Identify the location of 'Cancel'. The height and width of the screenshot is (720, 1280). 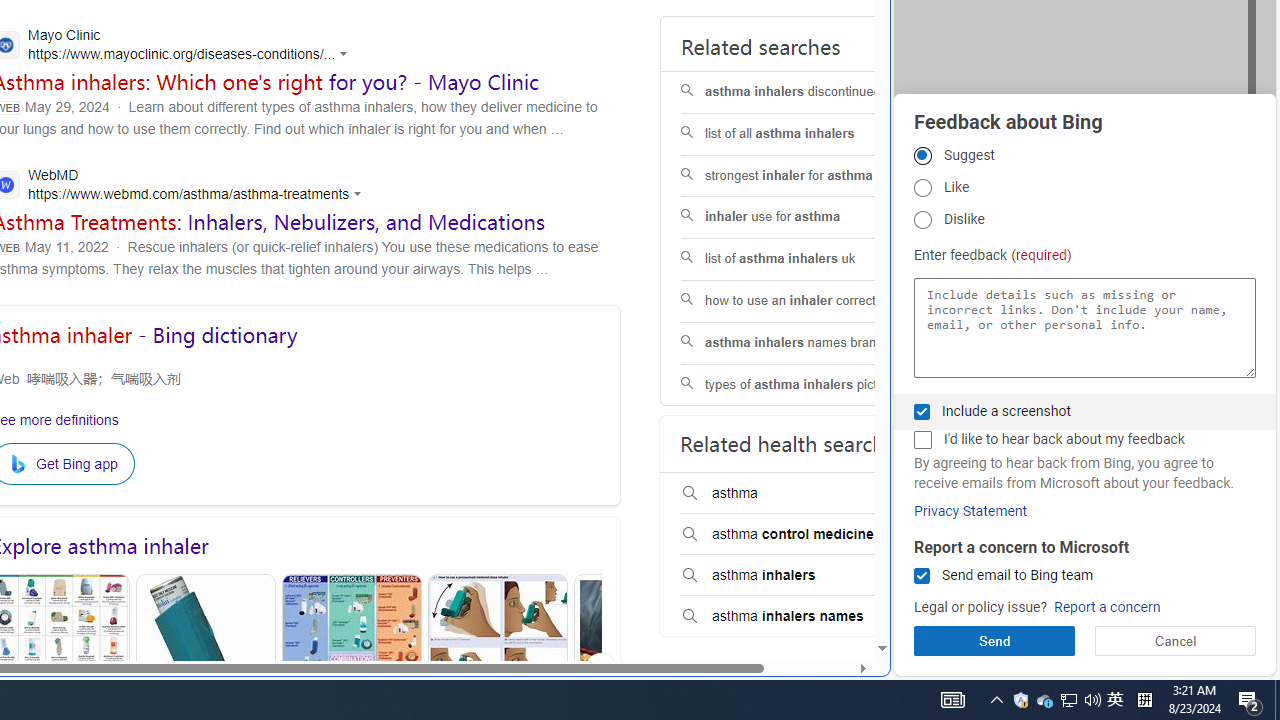
(1175, 640).